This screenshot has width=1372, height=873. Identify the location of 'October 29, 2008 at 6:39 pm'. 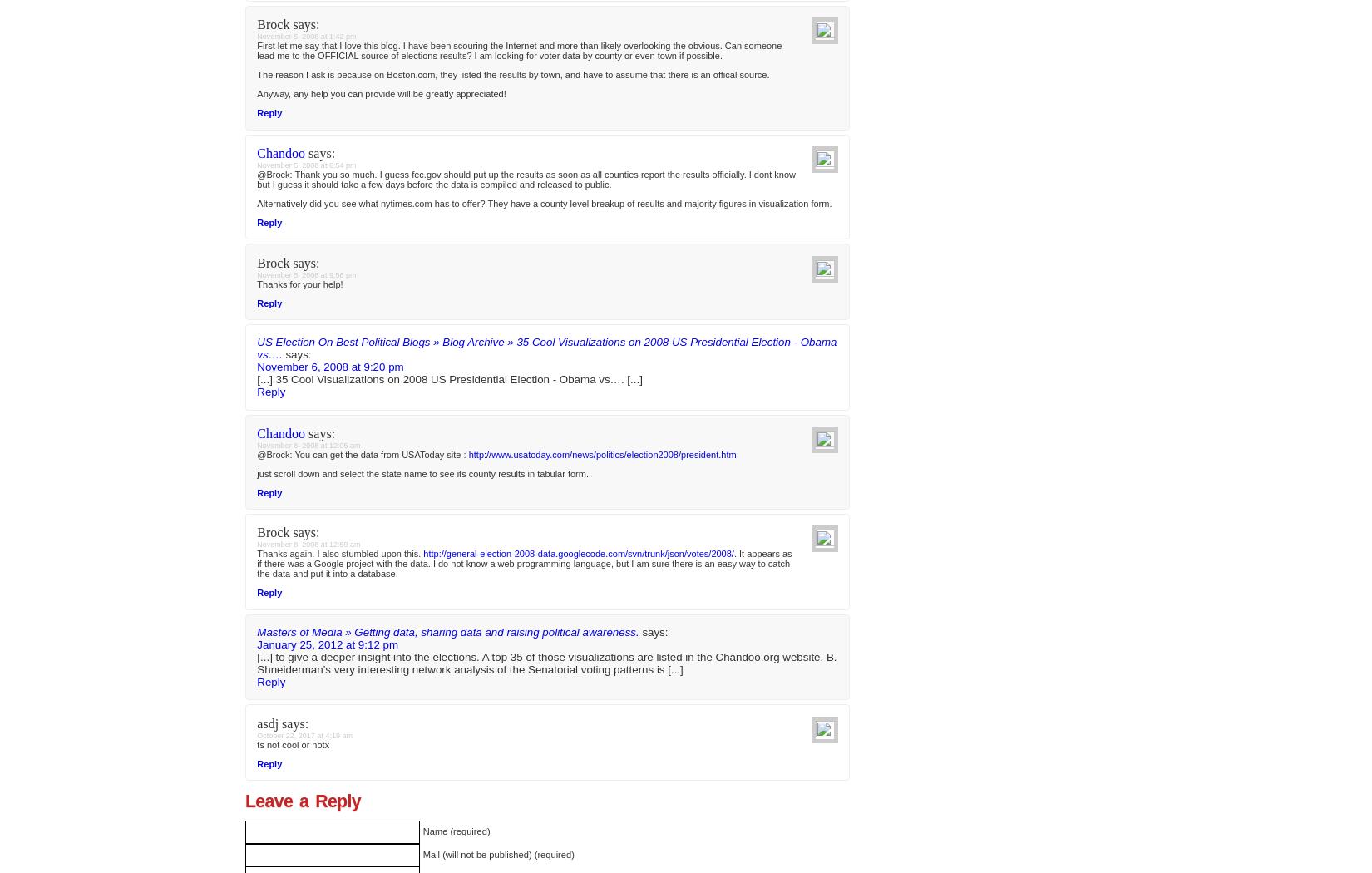
(328, 269).